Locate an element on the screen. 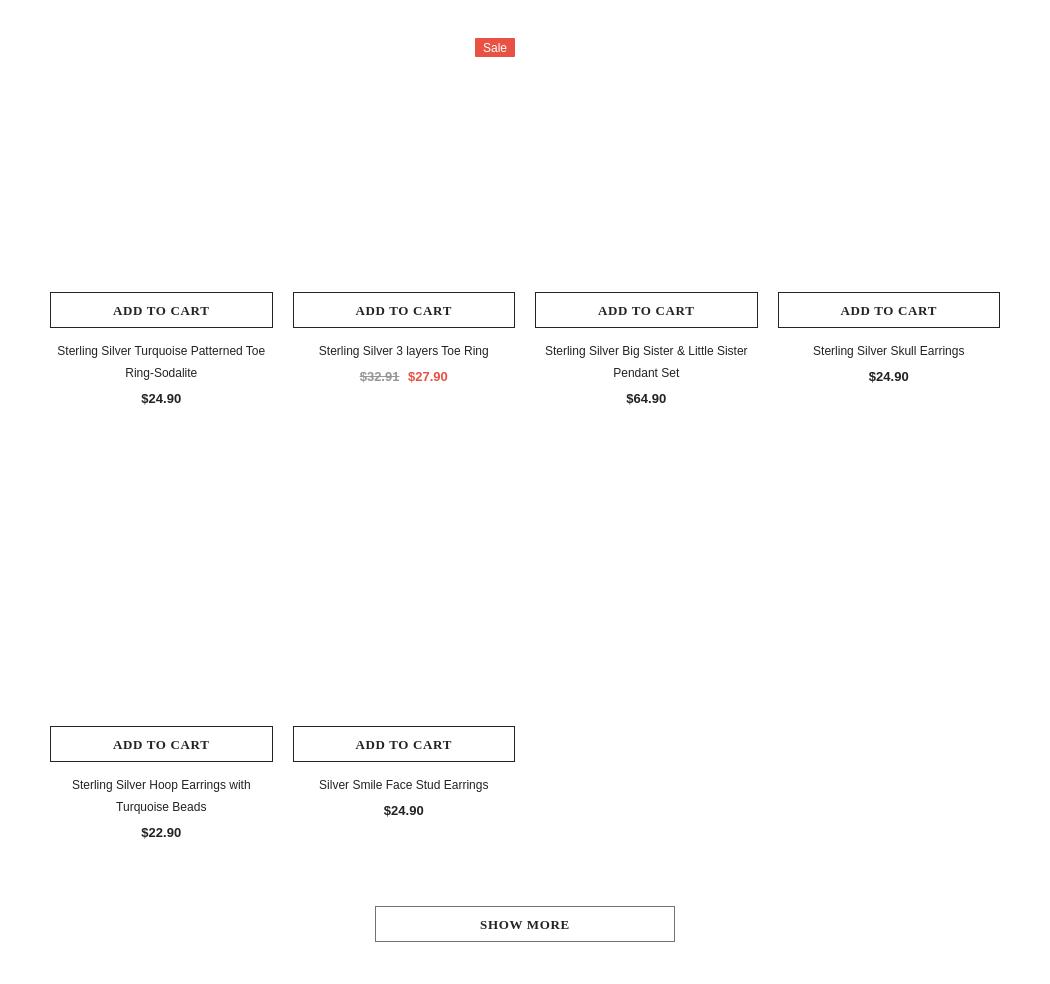 This screenshot has width=1050, height=984. '$64.90' is located at coordinates (644, 398).